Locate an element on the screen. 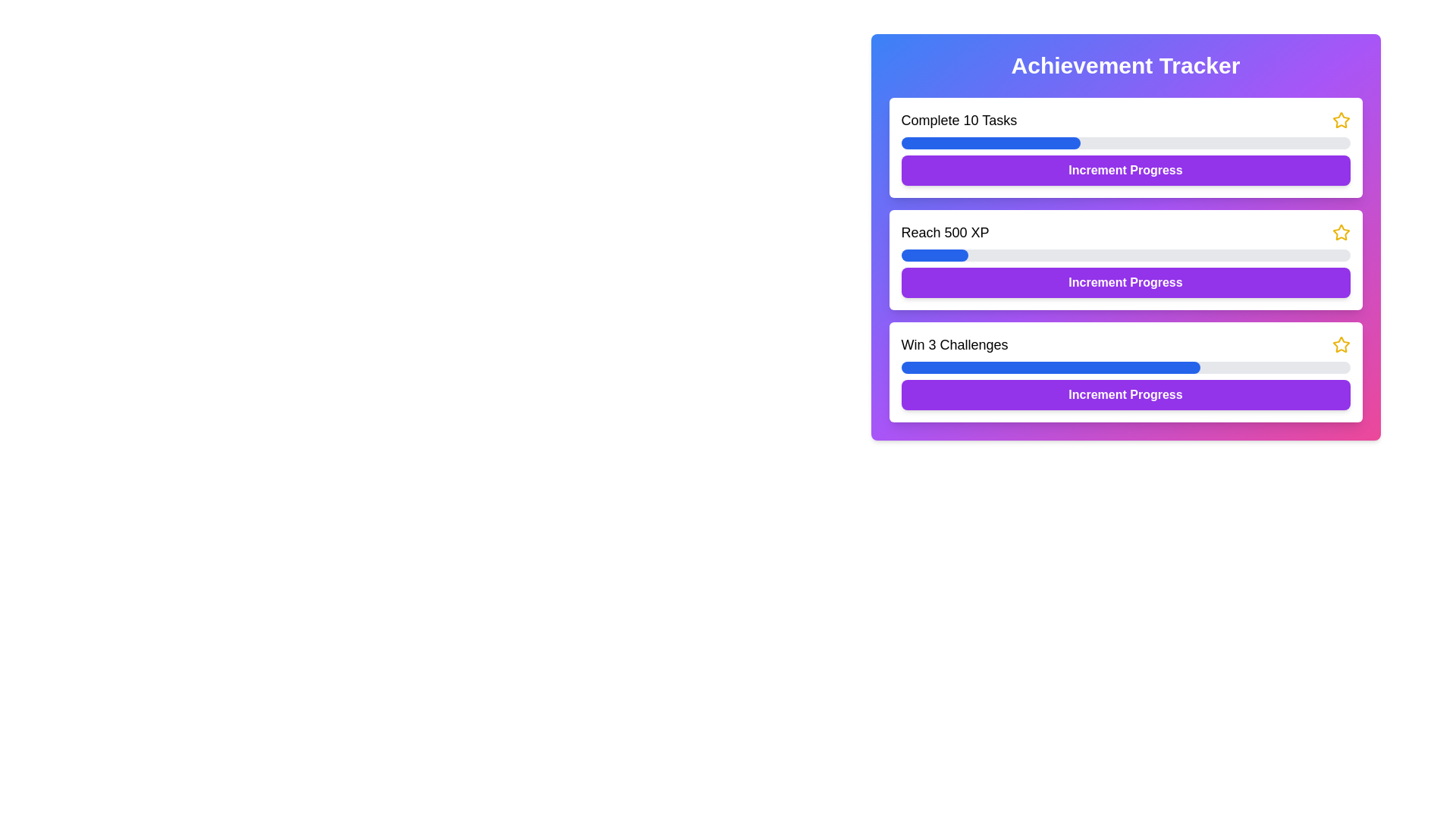  the textual label 'Win 3 Challenges' which is positioned in the third row of the progress tracking section, located to the left of a star icon is located at coordinates (953, 345).